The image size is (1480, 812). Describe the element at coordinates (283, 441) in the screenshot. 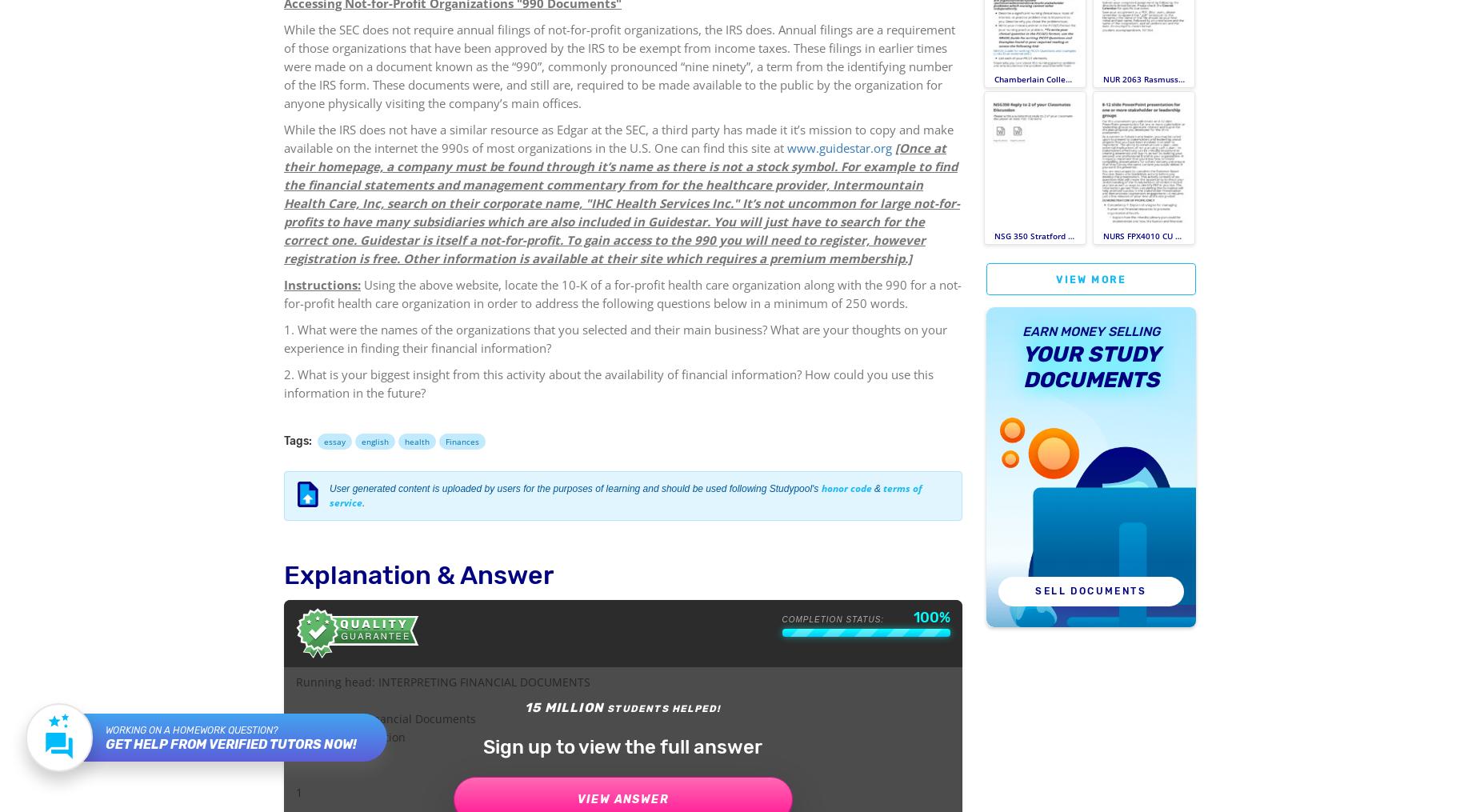

I see `'Tags:'` at that location.